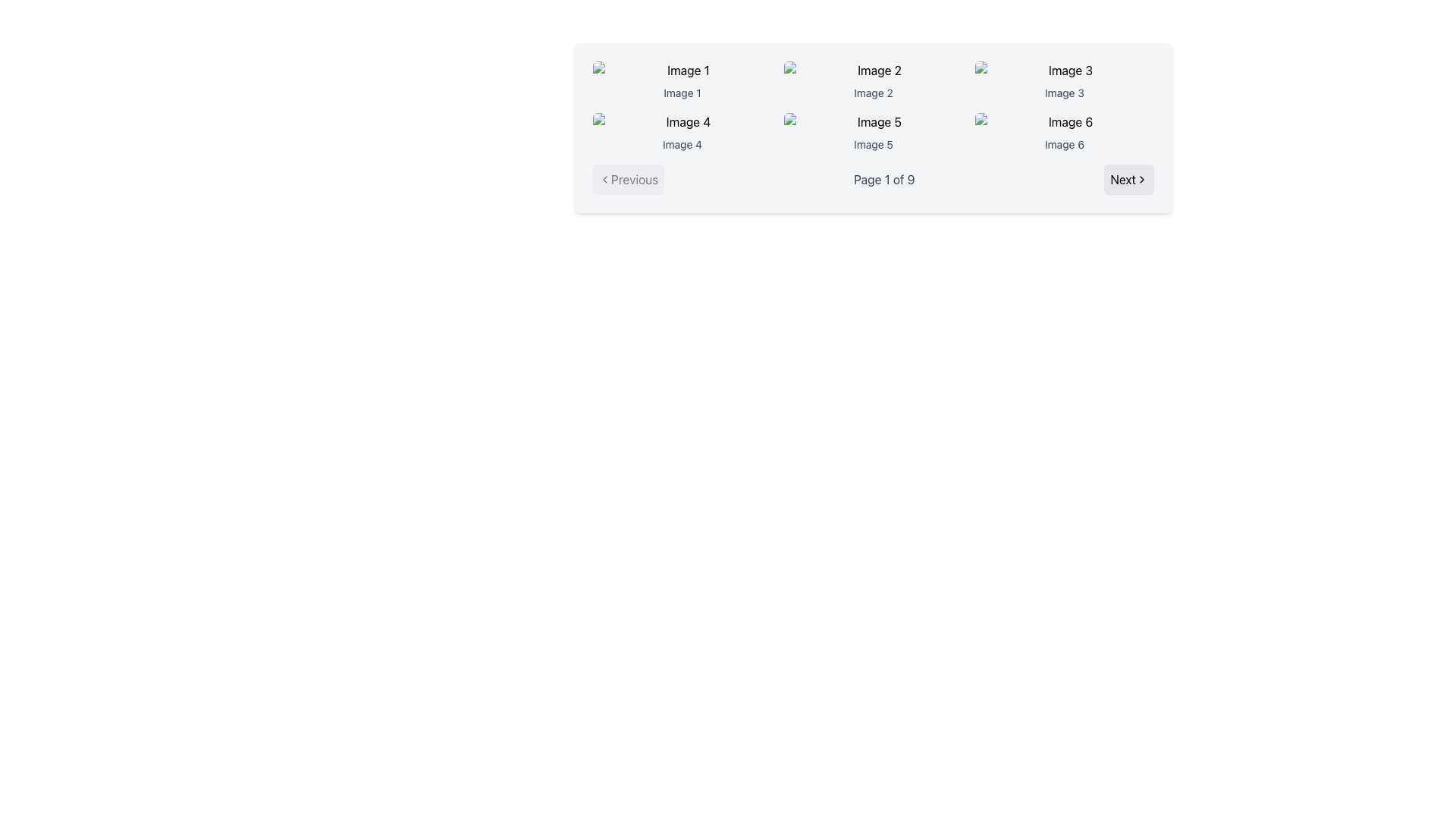 The image size is (1456, 819). What do you see at coordinates (1063, 81) in the screenshot?
I see `to select the 'Image 3' item in the grid layout, which is represented by an image and label, located in the first row and third position` at bounding box center [1063, 81].